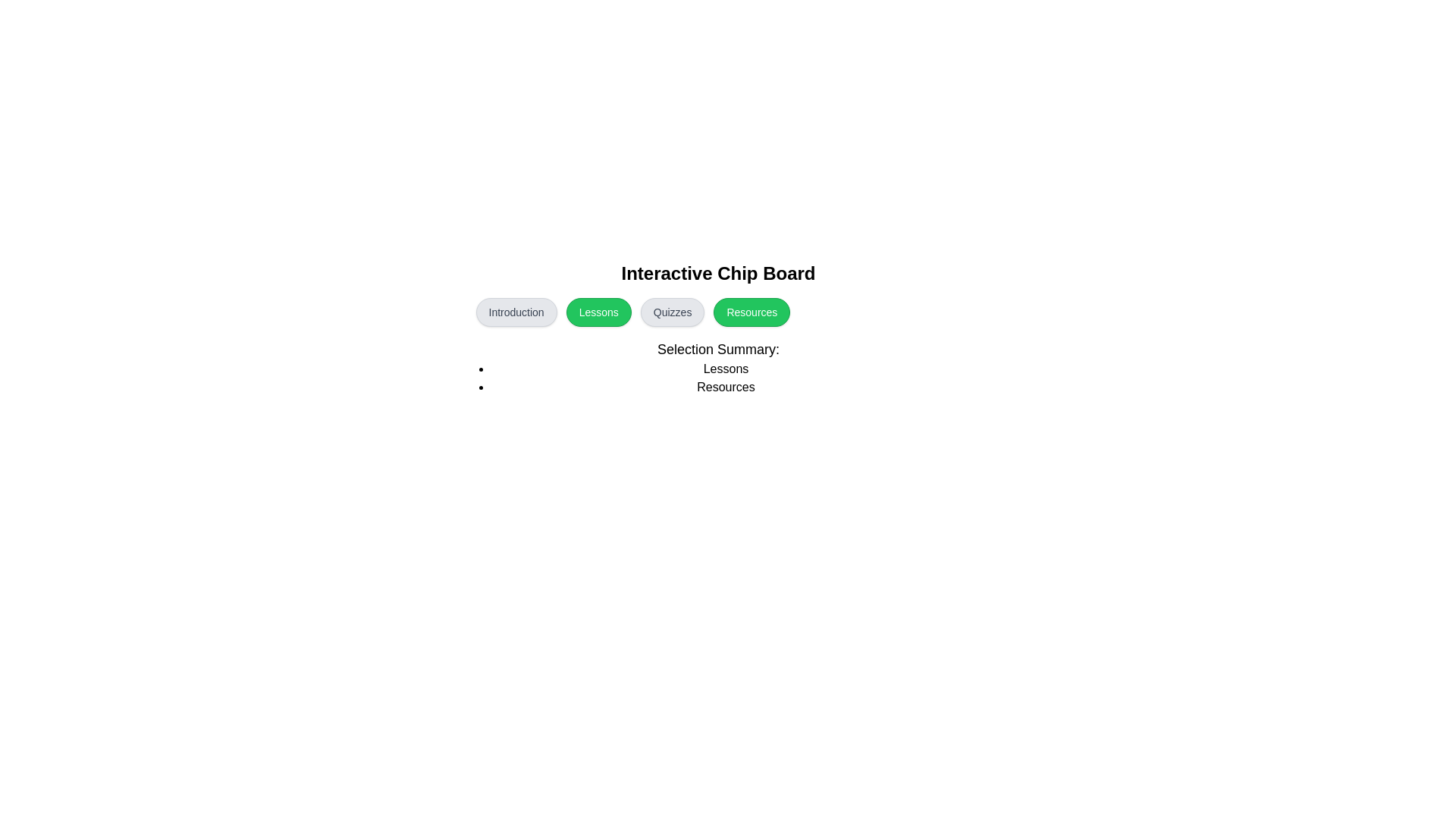 This screenshot has width=1456, height=819. I want to click on the 'Resources' button, which is the fourth button in a series of interactive options including 'Introduction,' 'Lessons,' and 'Quizzes', so click(752, 312).